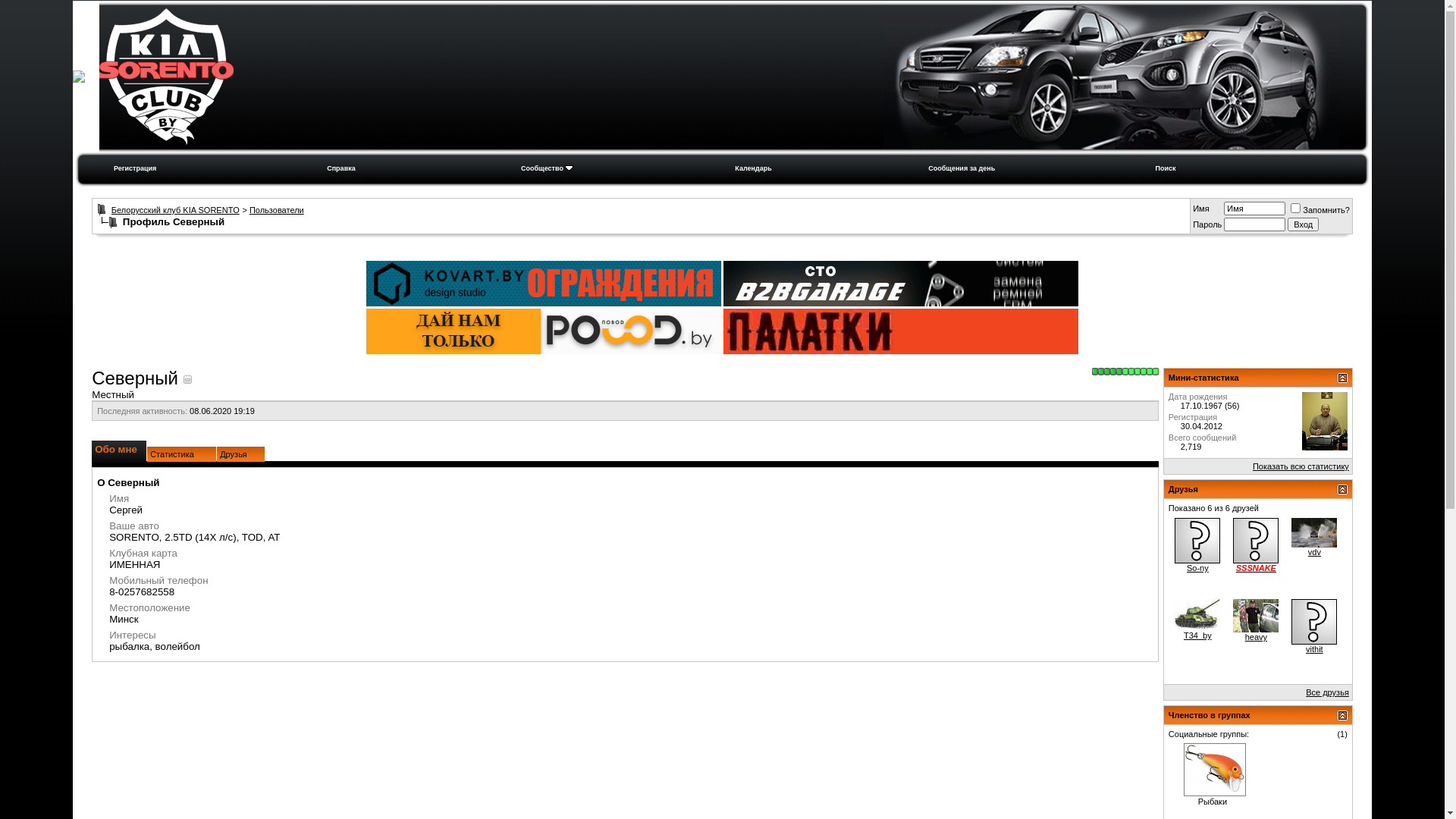 The height and width of the screenshot is (819, 1456). Describe the element at coordinates (166, 76) in the screenshot. I see `'KIA-SORENTO-CLUB.BY'` at that location.